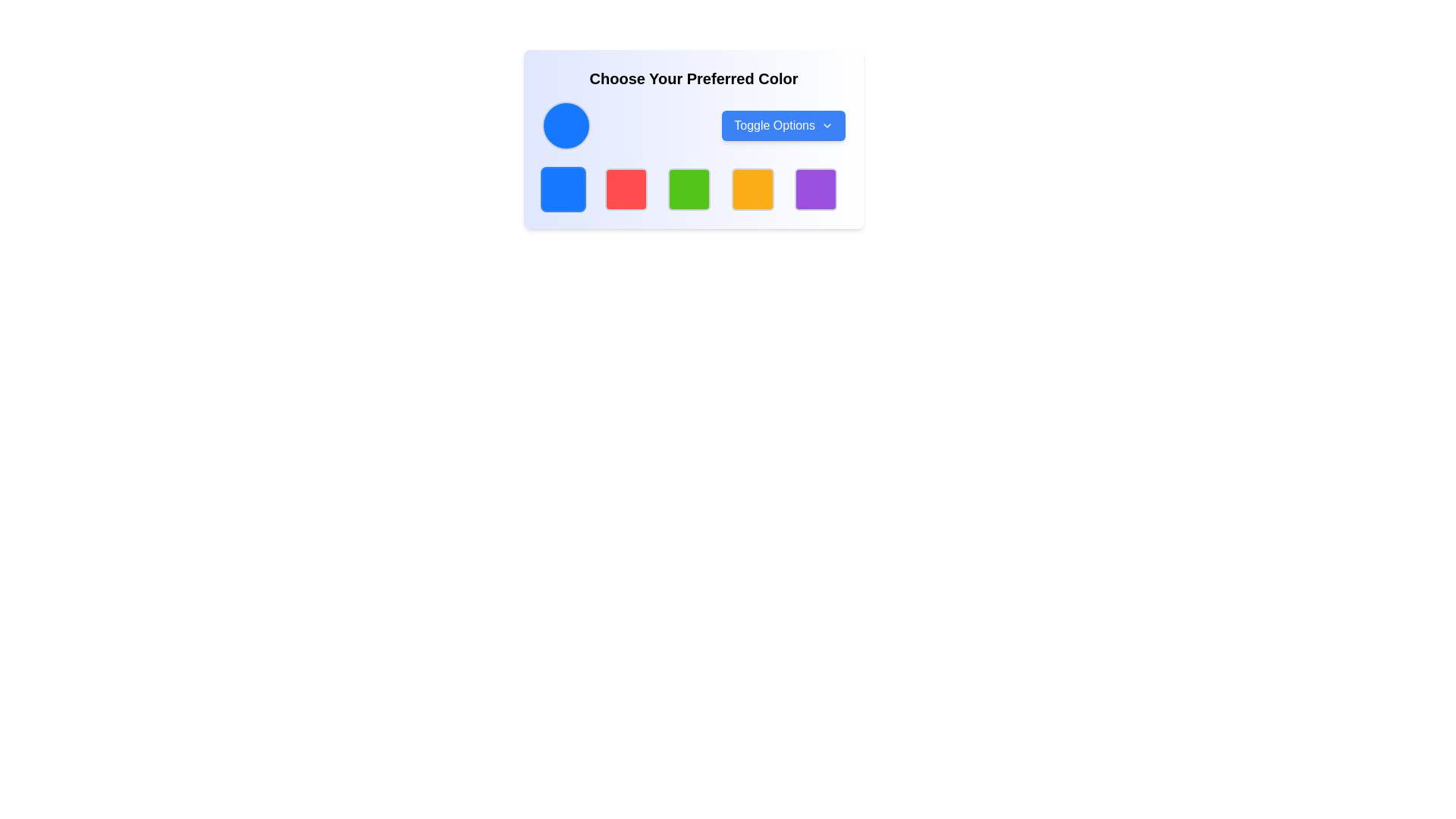  What do you see at coordinates (826, 124) in the screenshot?
I see `the Chevron-down icon within the 'Toggle Options' button located in the upper-right corner of the selection-card interface` at bounding box center [826, 124].